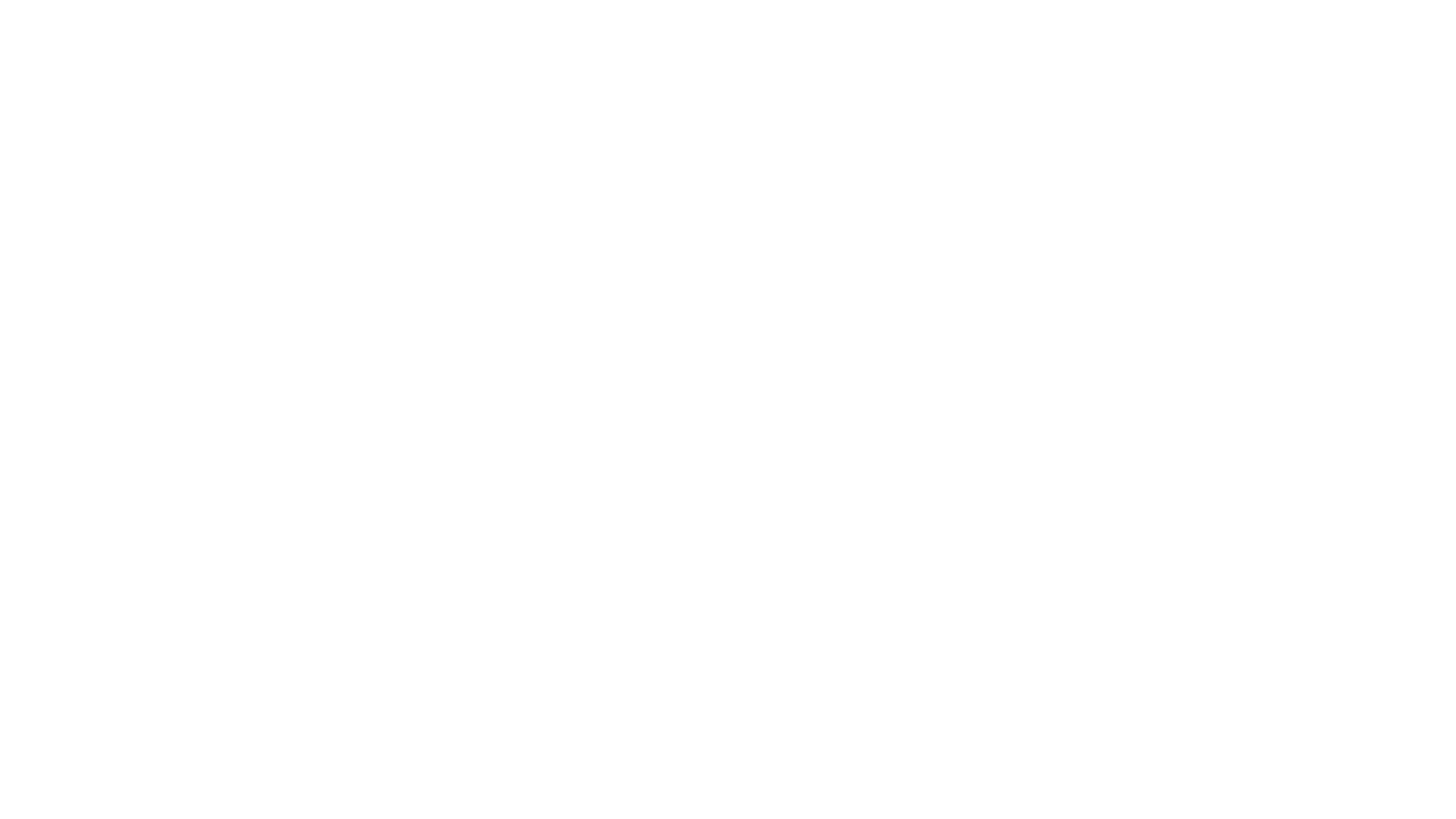 This screenshot has height=819, width=1456. I want to click on Log In, so click(999, 23).